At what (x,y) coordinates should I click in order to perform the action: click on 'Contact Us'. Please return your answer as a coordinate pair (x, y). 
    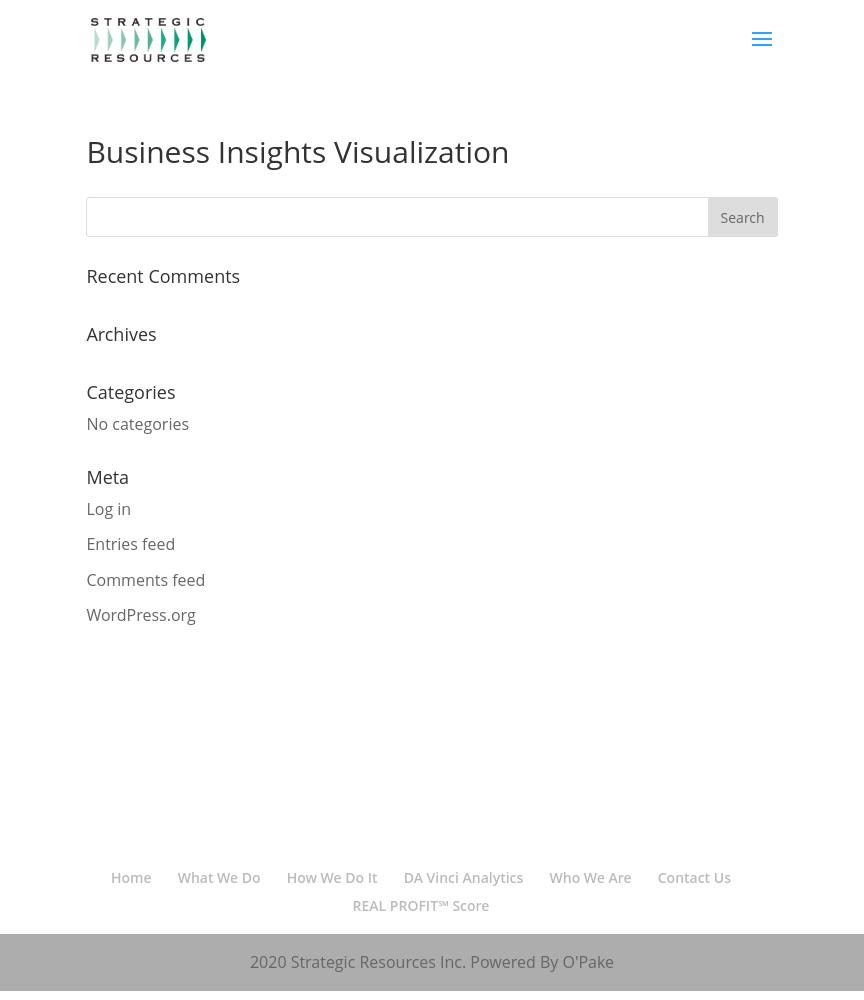
    Looking at the image, I should click on (693, 877).